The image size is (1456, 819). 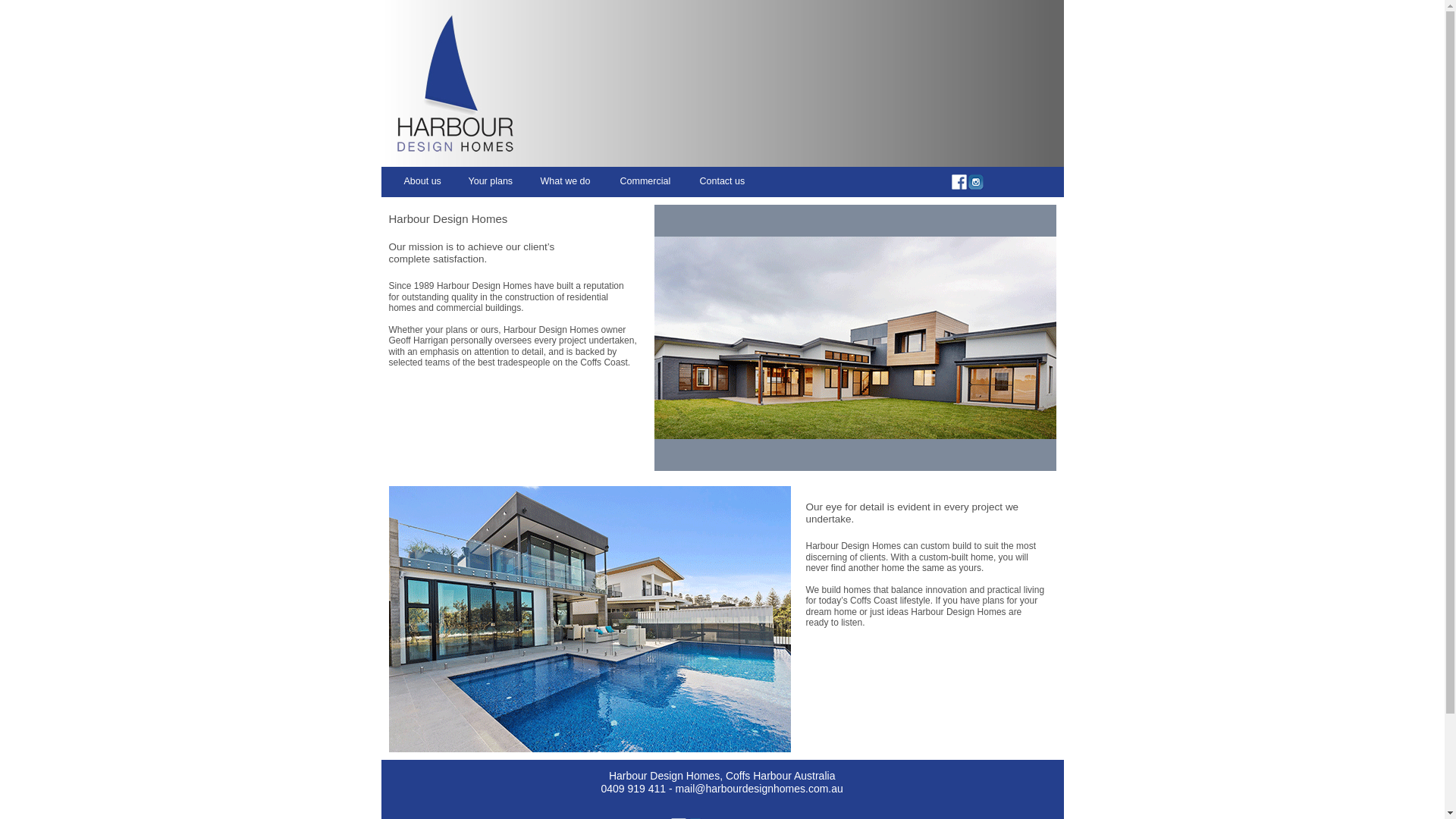 What do you see at coordinates (403, 180) in the screenshot?
I see `'About us'` at bounding box center [403, 180].